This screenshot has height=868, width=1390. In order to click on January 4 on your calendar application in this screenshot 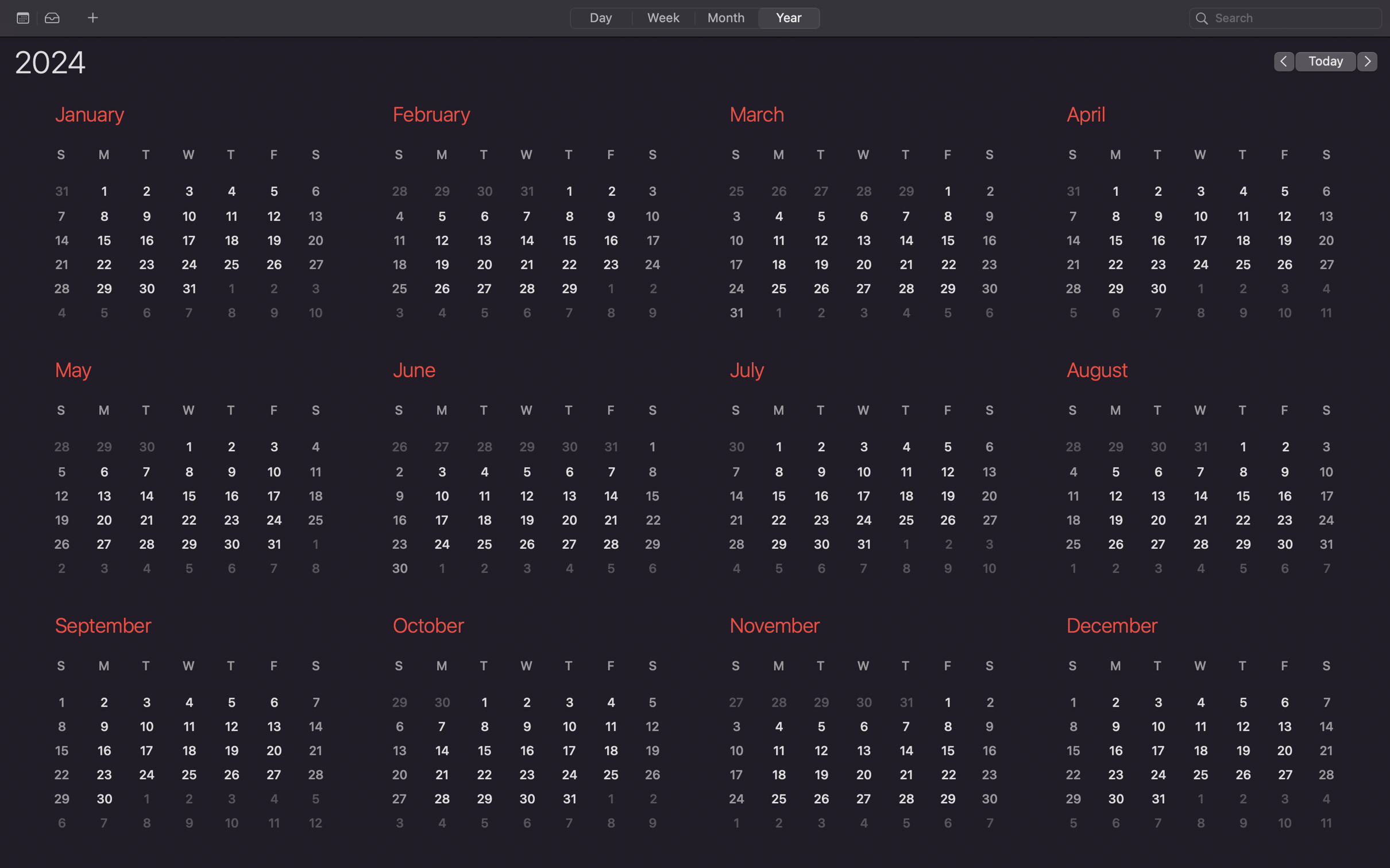, I will do `click(231, 191)`.